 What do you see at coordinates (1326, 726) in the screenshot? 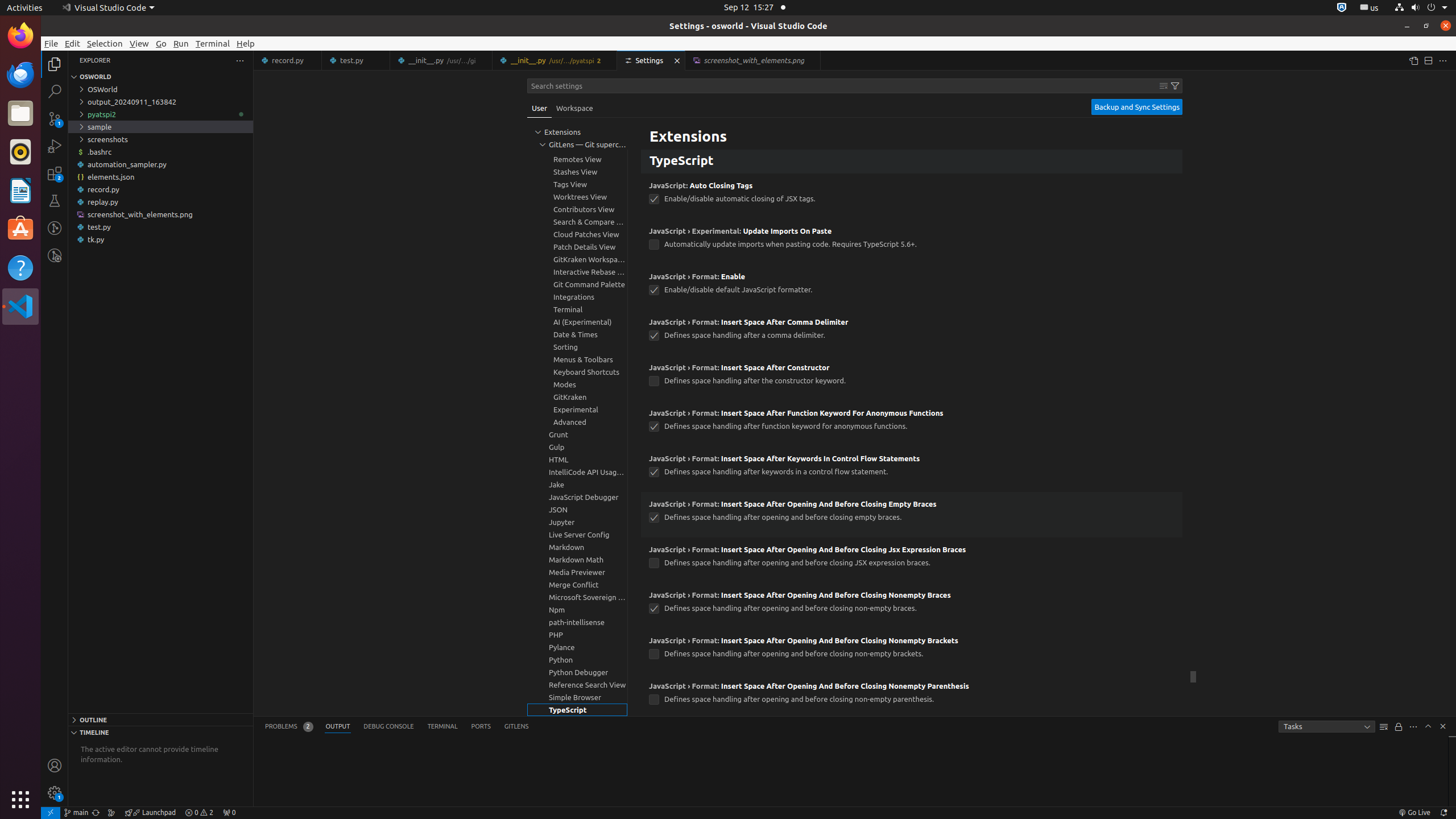
I see `'Tasks'` at bounding box center [1326, 726].